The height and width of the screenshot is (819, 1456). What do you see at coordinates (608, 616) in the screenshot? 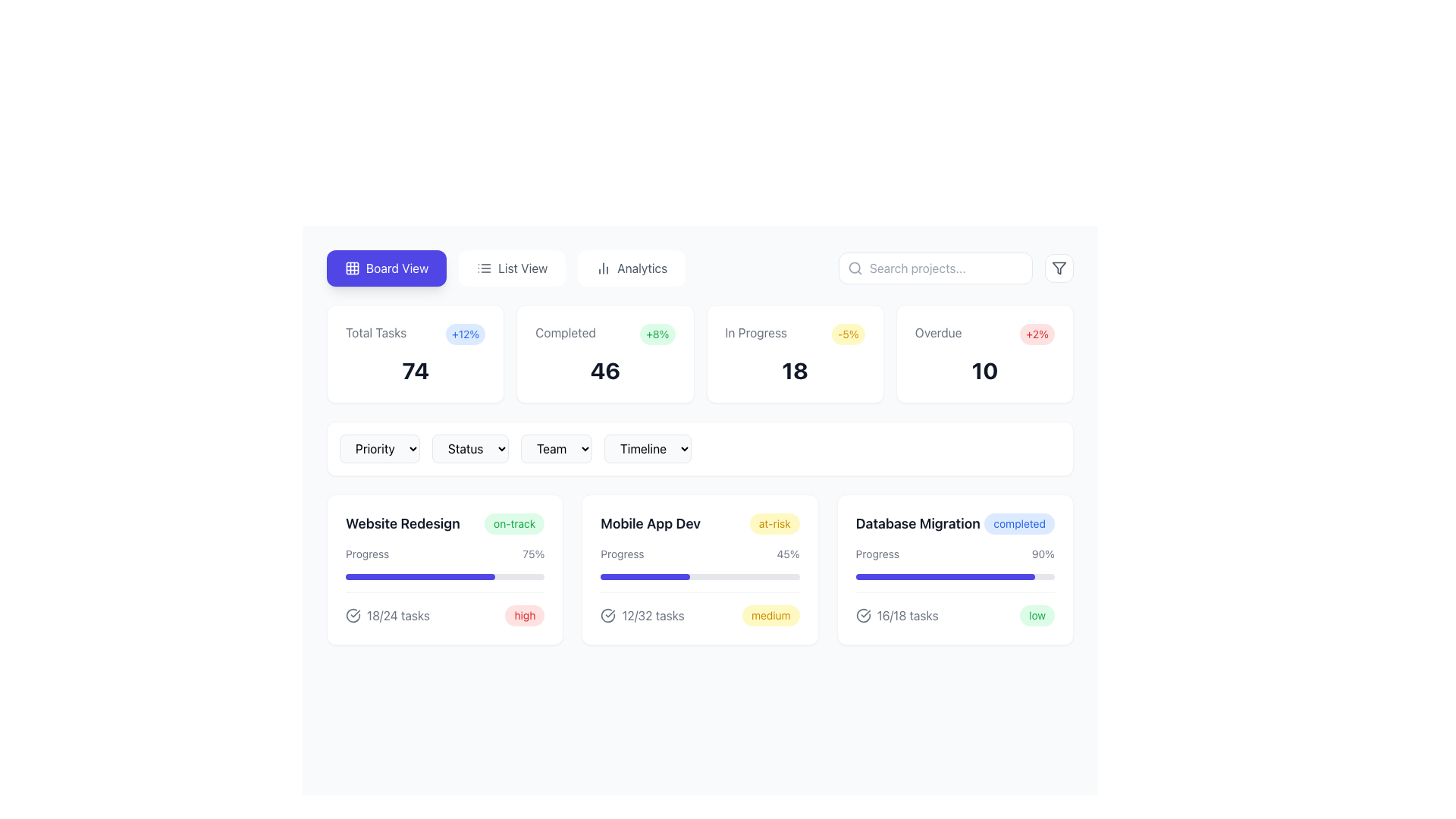
I see `the circle icon with a checkmark inside it, located to the left of the '12/32 tasks' text in the 'Mobile App Dev' section` at bounding box center [608, 616].